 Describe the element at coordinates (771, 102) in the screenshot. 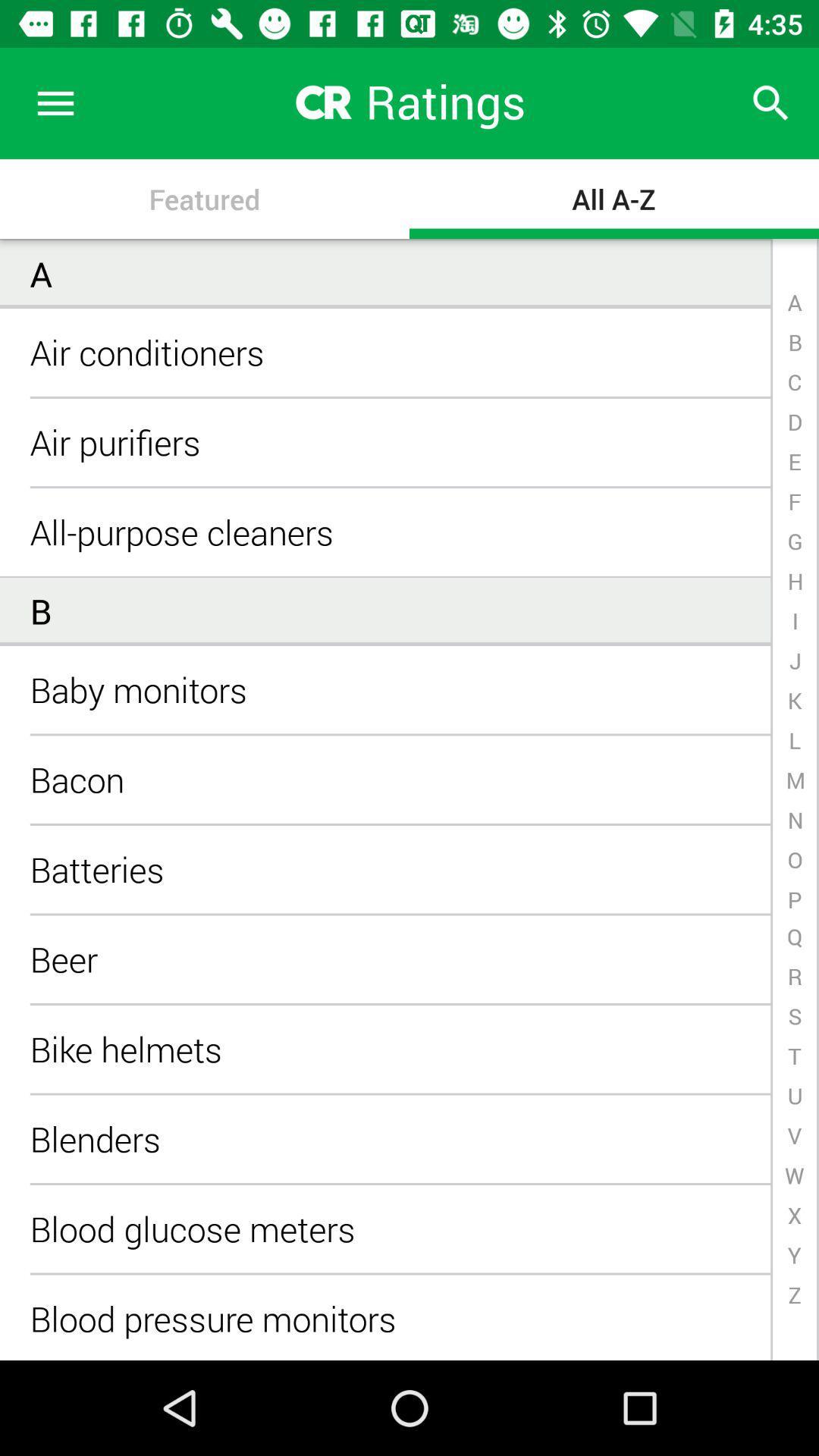

I see `item to the right of ratings icon` at that location.